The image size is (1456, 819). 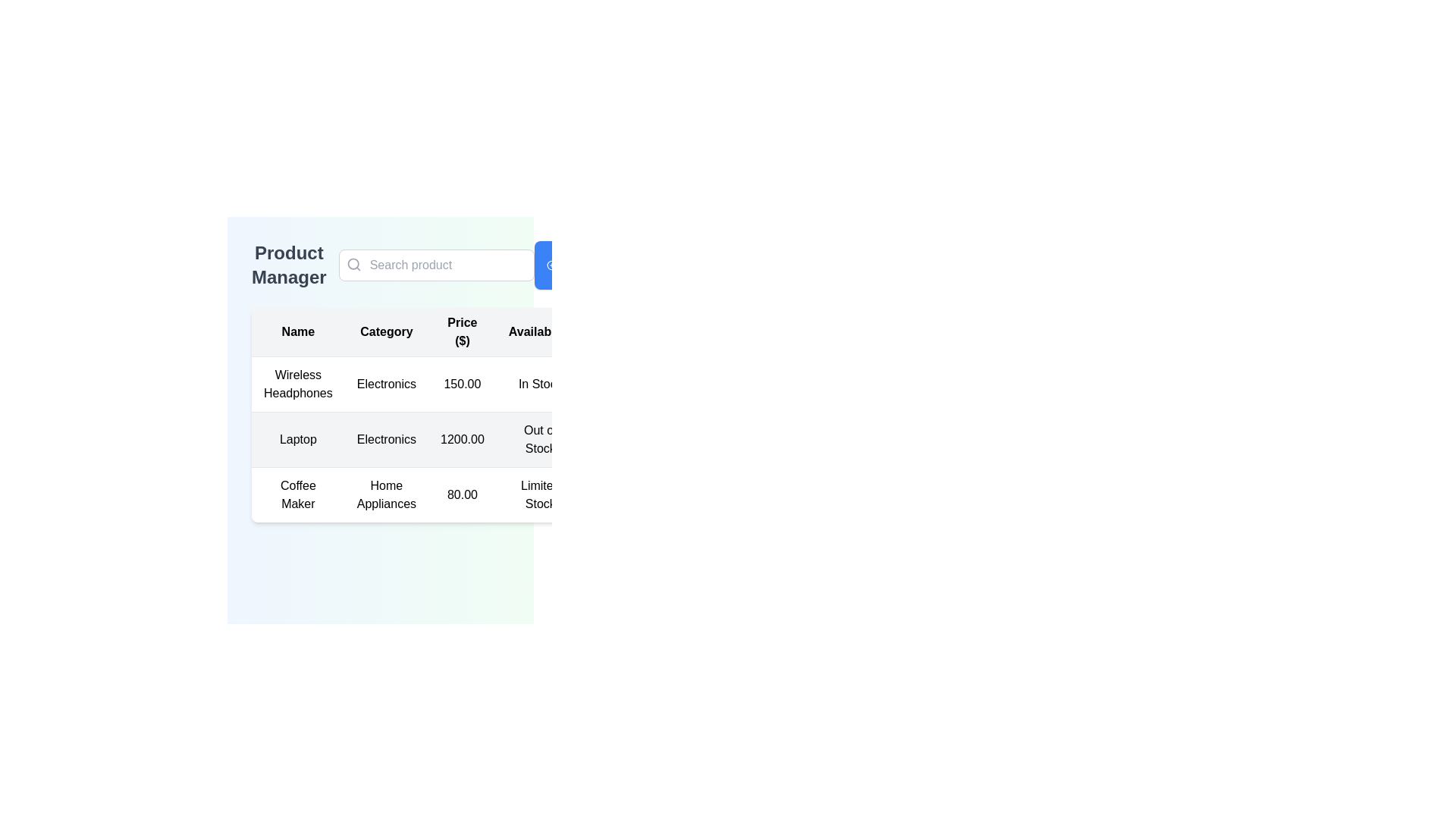 I want to click on the 'Product Manager' text label, which is displayed in bold and large font, located at the top-left corner of the interface, so click(x=289, y=265).